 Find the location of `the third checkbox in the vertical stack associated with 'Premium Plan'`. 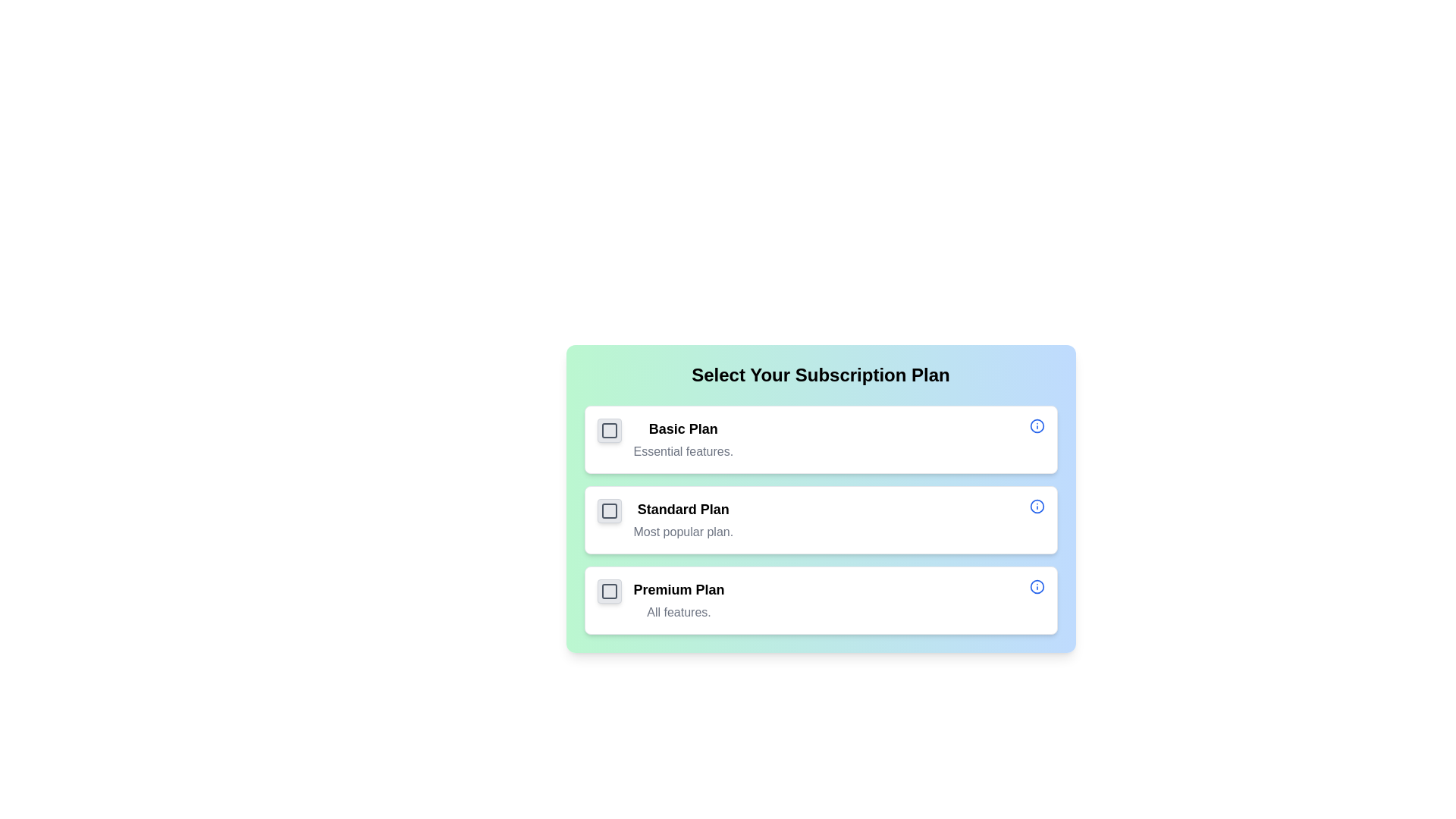

the third checkbox in the vertical stack associated with 'Premium Plan' is located at coordinates (609, 590).